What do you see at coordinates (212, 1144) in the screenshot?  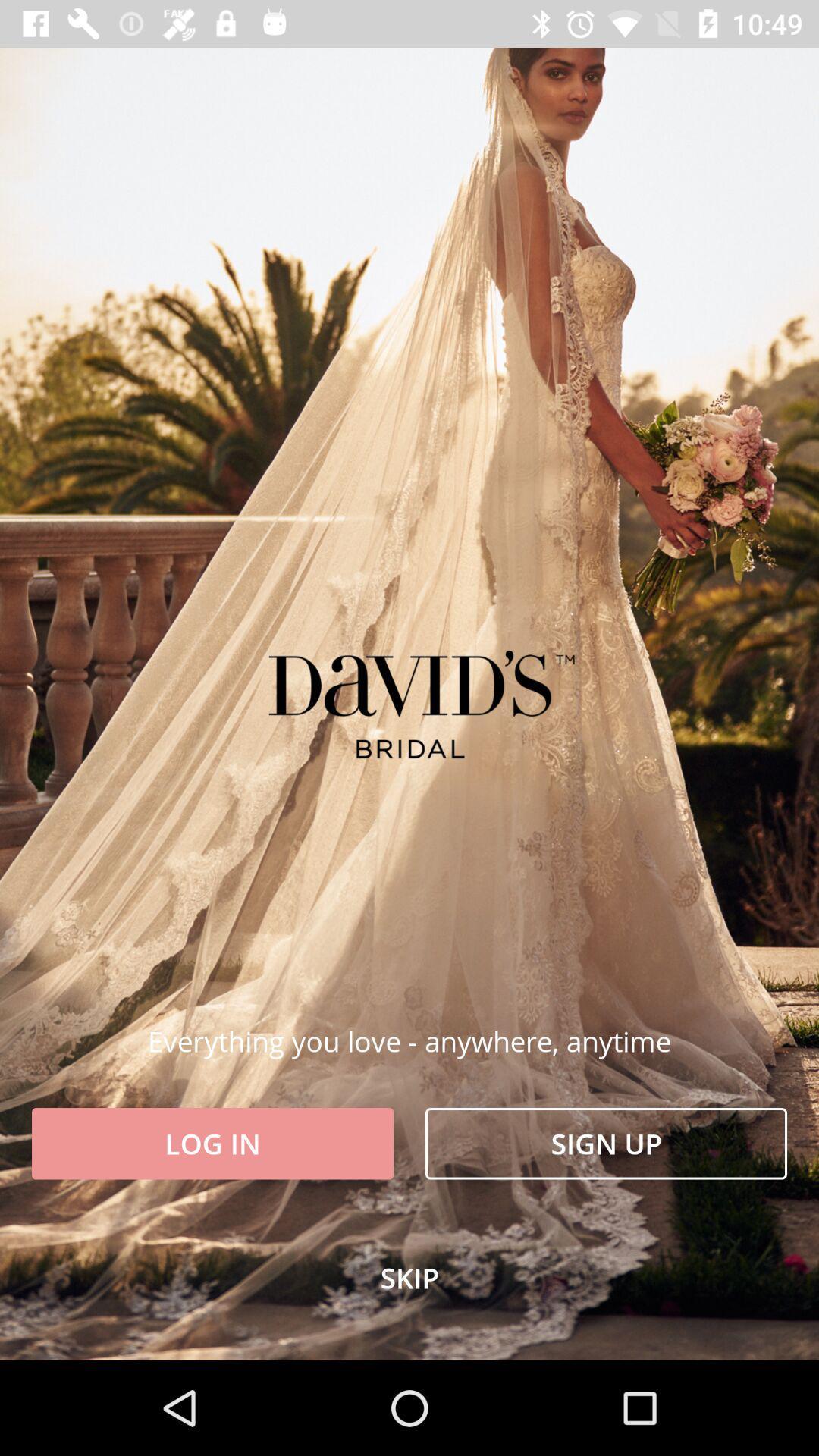 I see `the log in` at bounding box center [212, 1144].